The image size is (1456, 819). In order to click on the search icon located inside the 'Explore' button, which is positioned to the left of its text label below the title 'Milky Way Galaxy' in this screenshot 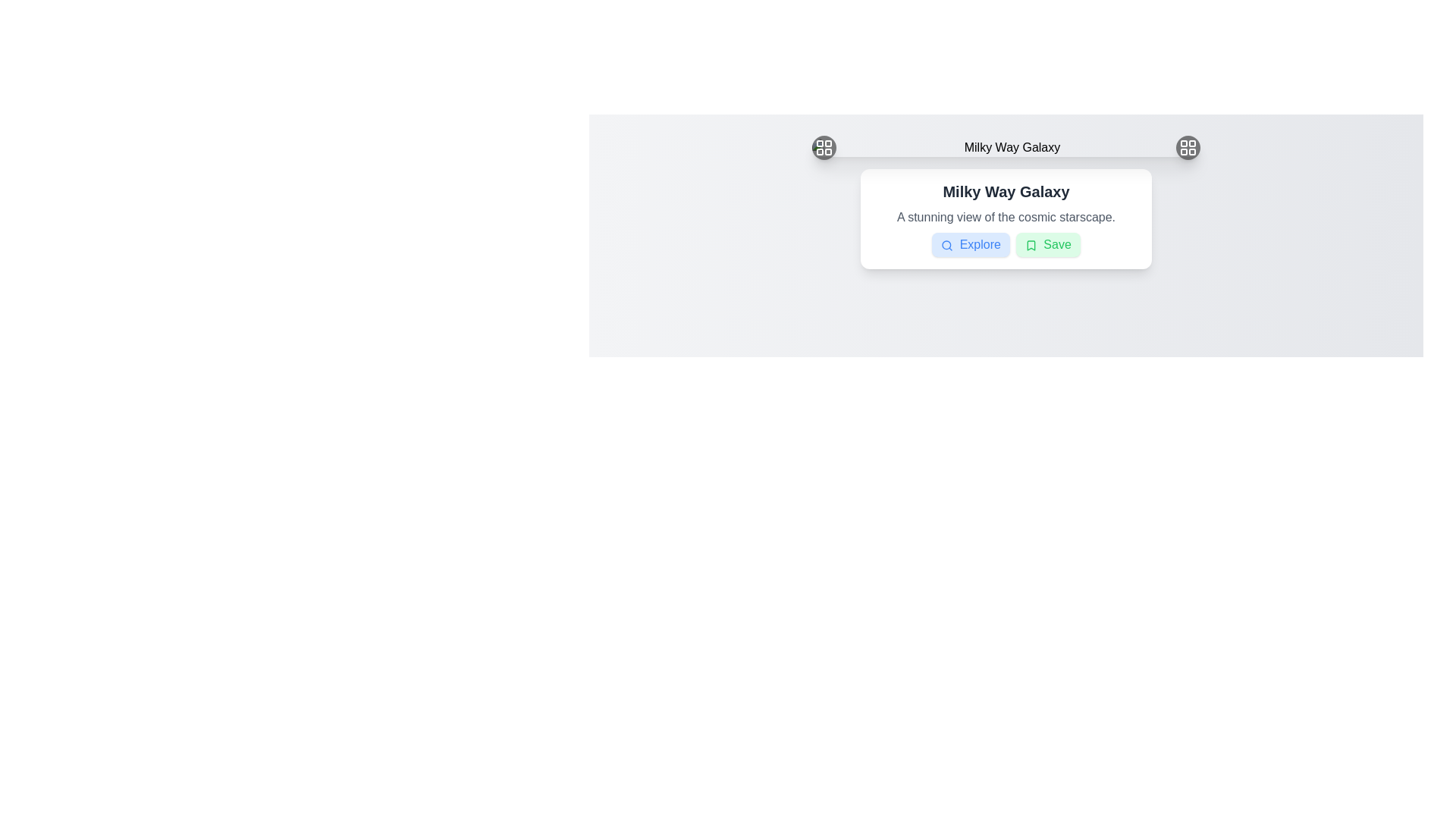, I will do `click(946, 244)`.